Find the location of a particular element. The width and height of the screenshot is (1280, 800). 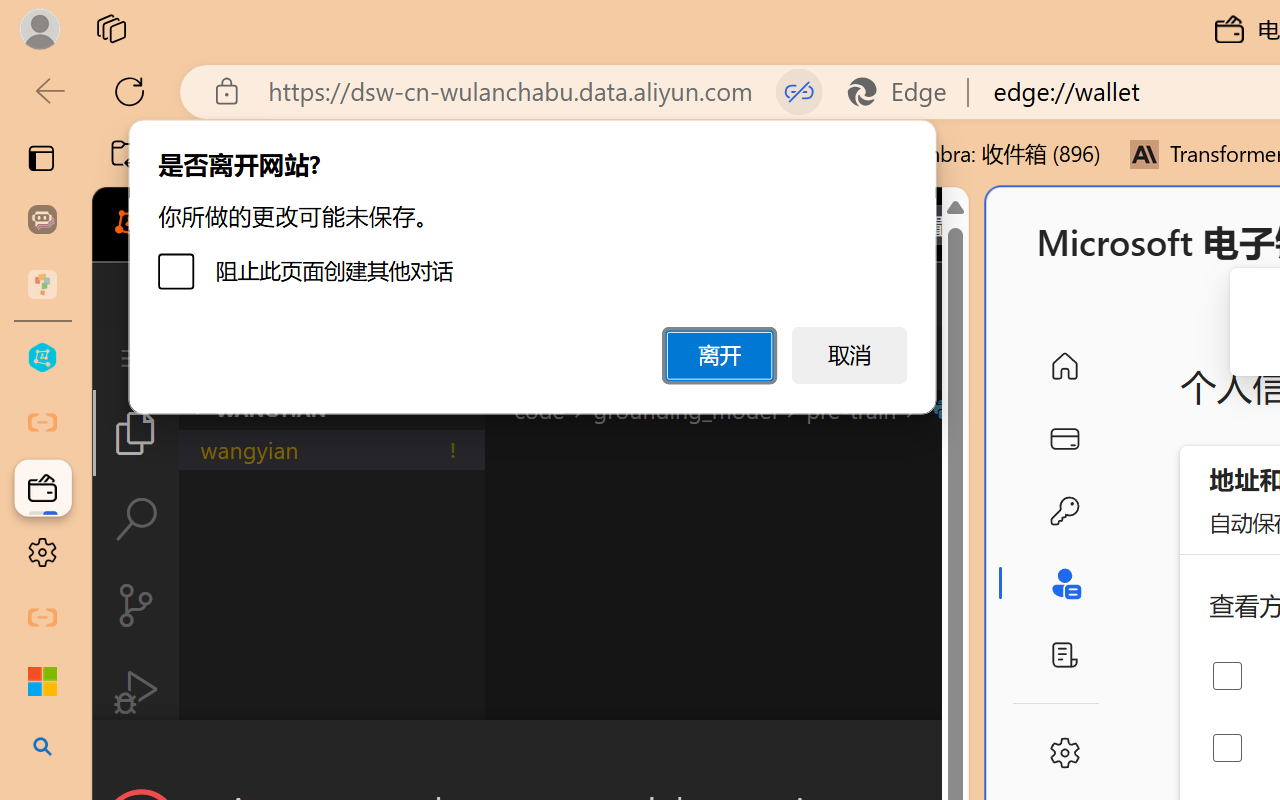

'Run and Debug (Ctrl+Shift+D)' is located at coordinates (134, 692).